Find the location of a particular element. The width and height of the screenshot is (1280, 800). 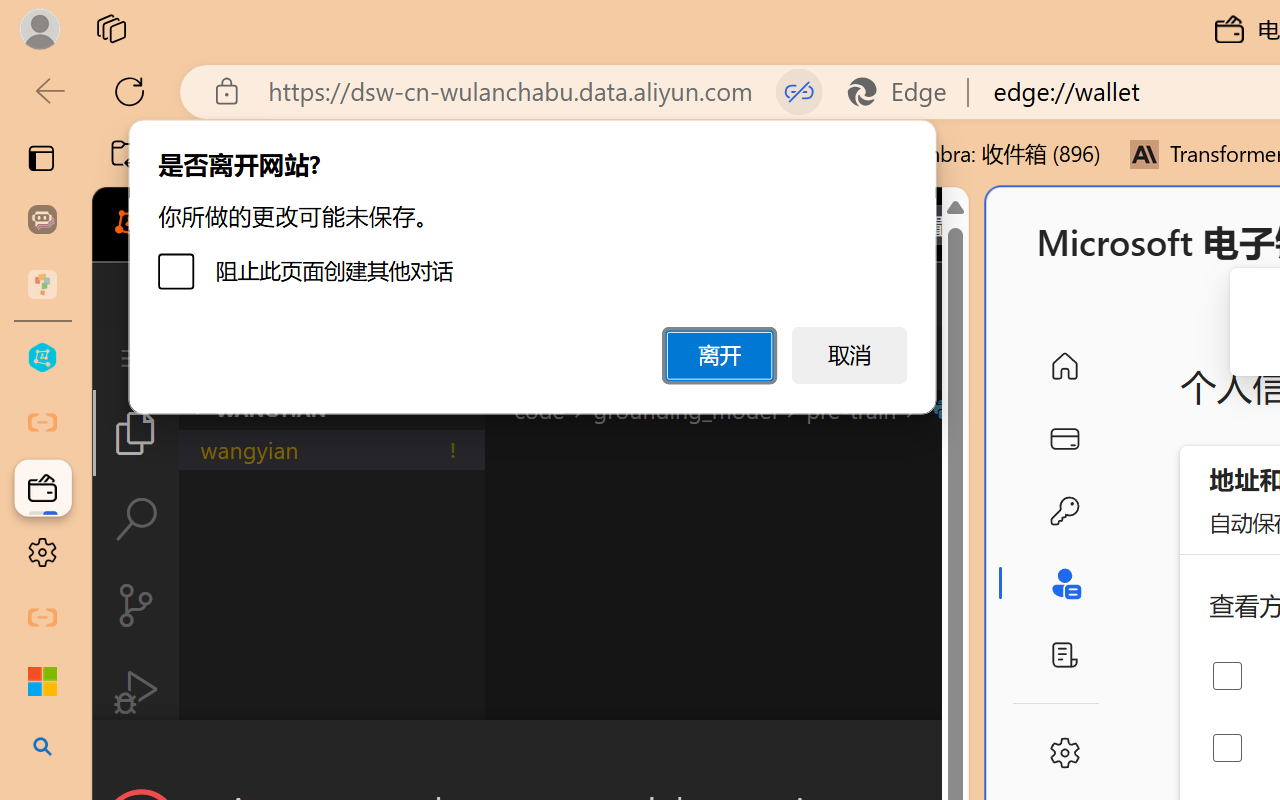

'Run and Debug (Ctrl+Shift+D)' is located at coordinates (134, 692).